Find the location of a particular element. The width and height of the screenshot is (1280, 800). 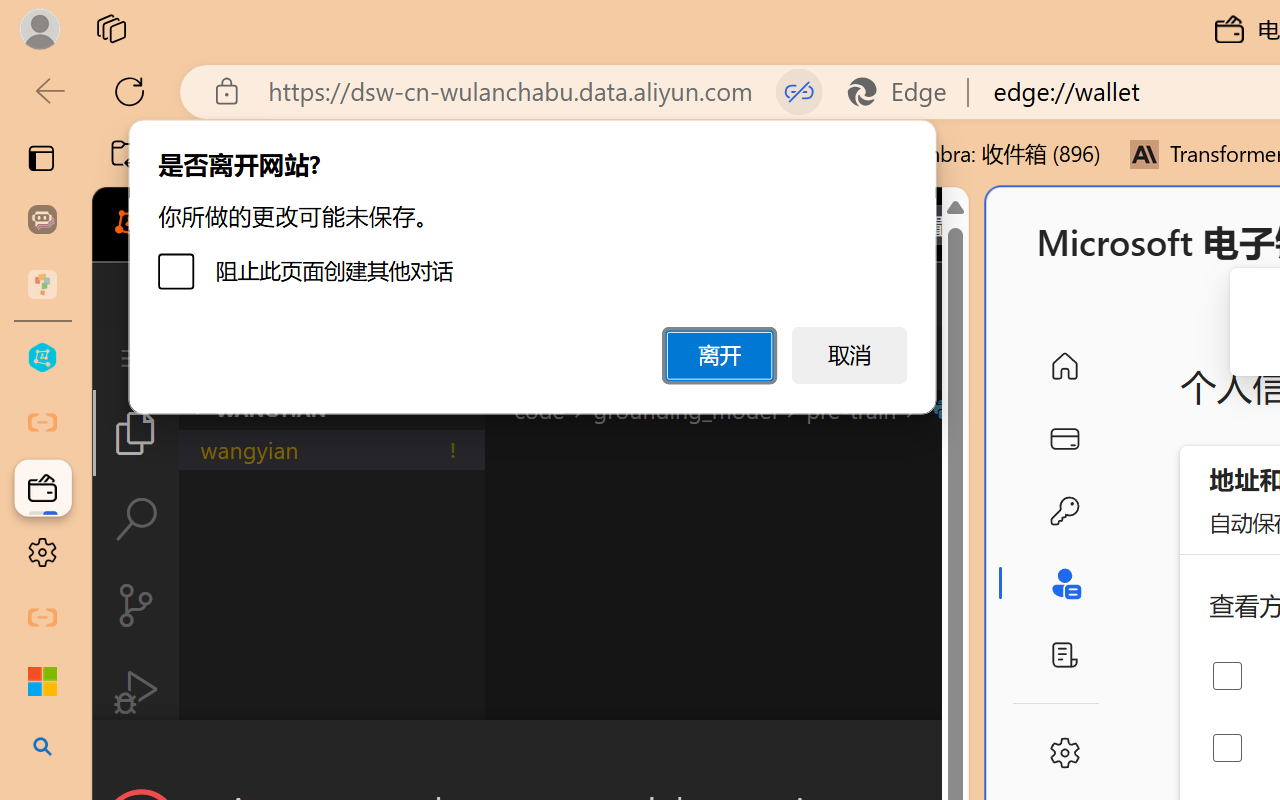

'Run and Debug (Ctrl+Shift+D)' is located at coordinates (134, 692).